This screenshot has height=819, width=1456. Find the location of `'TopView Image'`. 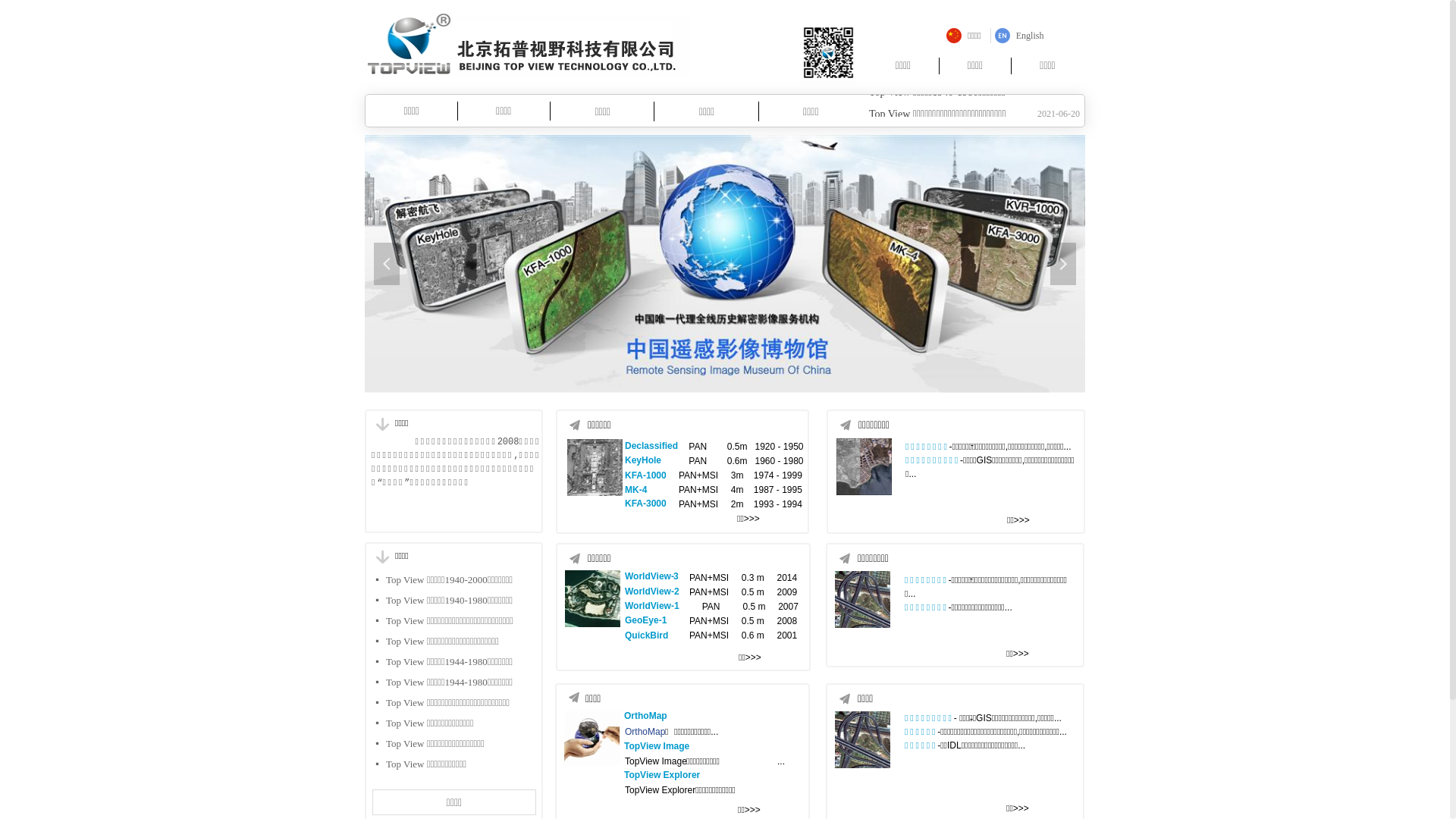

'TopView Image' is located at coordinates (620, 745).